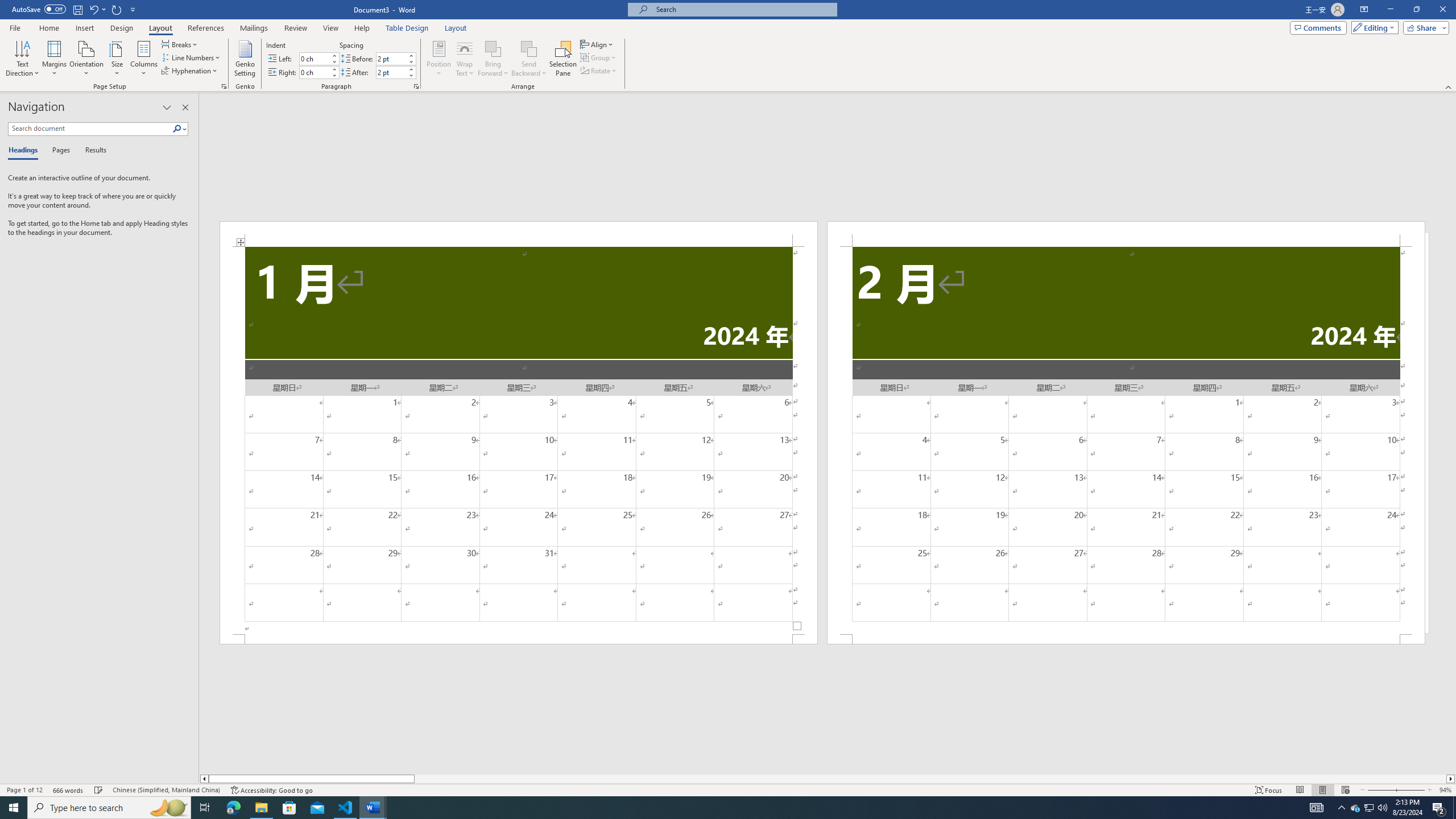 Image resolution: width=1456 pixels, height=819 pixels. What do you see at coordinates (313, 72) in the screenshot?
I see `'Indent Right'` at bounding box center [313, 72].